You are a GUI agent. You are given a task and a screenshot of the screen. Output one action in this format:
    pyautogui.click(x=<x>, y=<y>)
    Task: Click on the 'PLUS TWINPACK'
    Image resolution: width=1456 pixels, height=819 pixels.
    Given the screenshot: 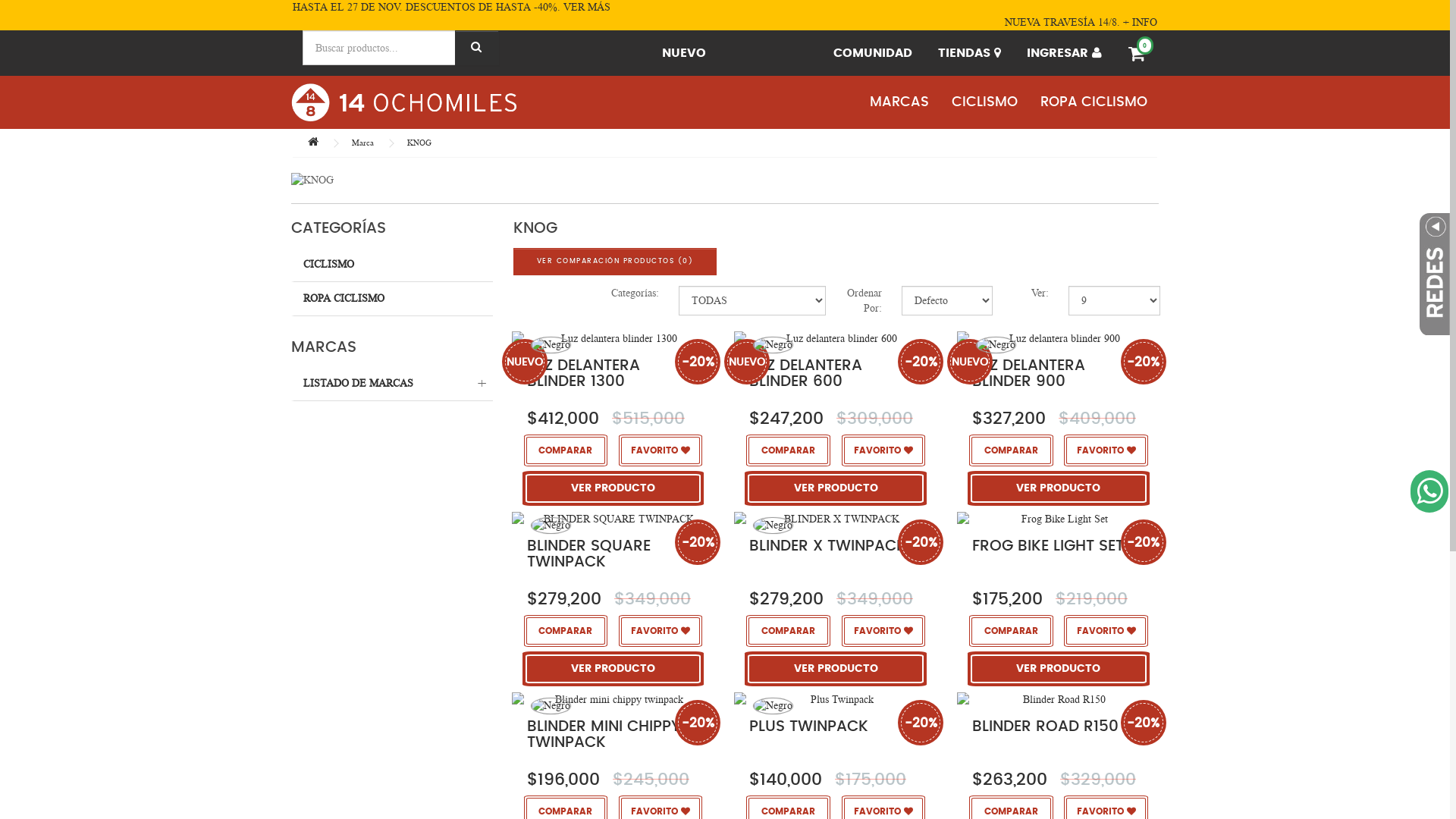 What is the action you would take?
    pyautogui.click(x=808, y=725)
    